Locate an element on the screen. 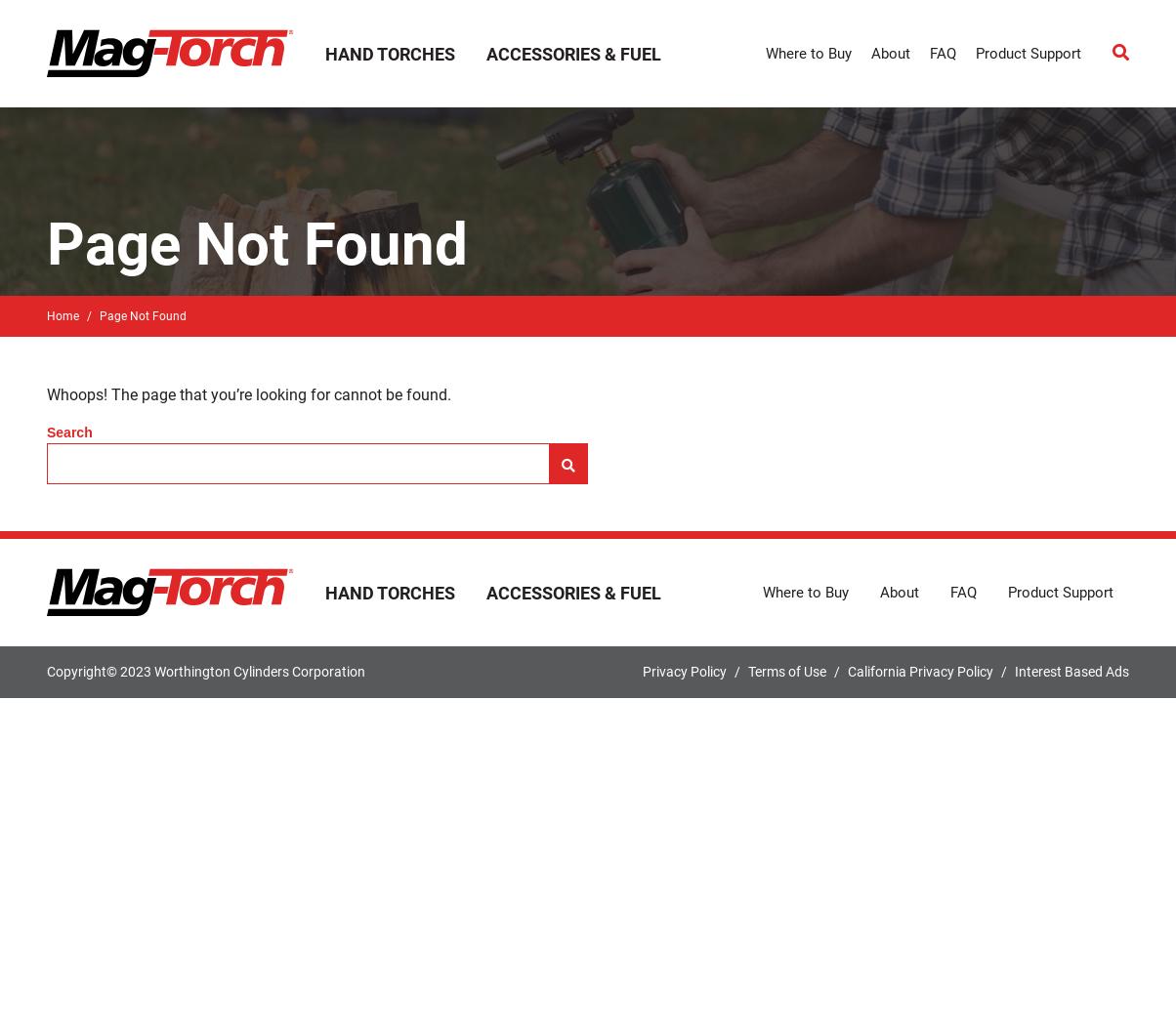 The height and width of the screenshot is (1030, 1176). 'Terms of Use' is located at coordinates (786, 670).